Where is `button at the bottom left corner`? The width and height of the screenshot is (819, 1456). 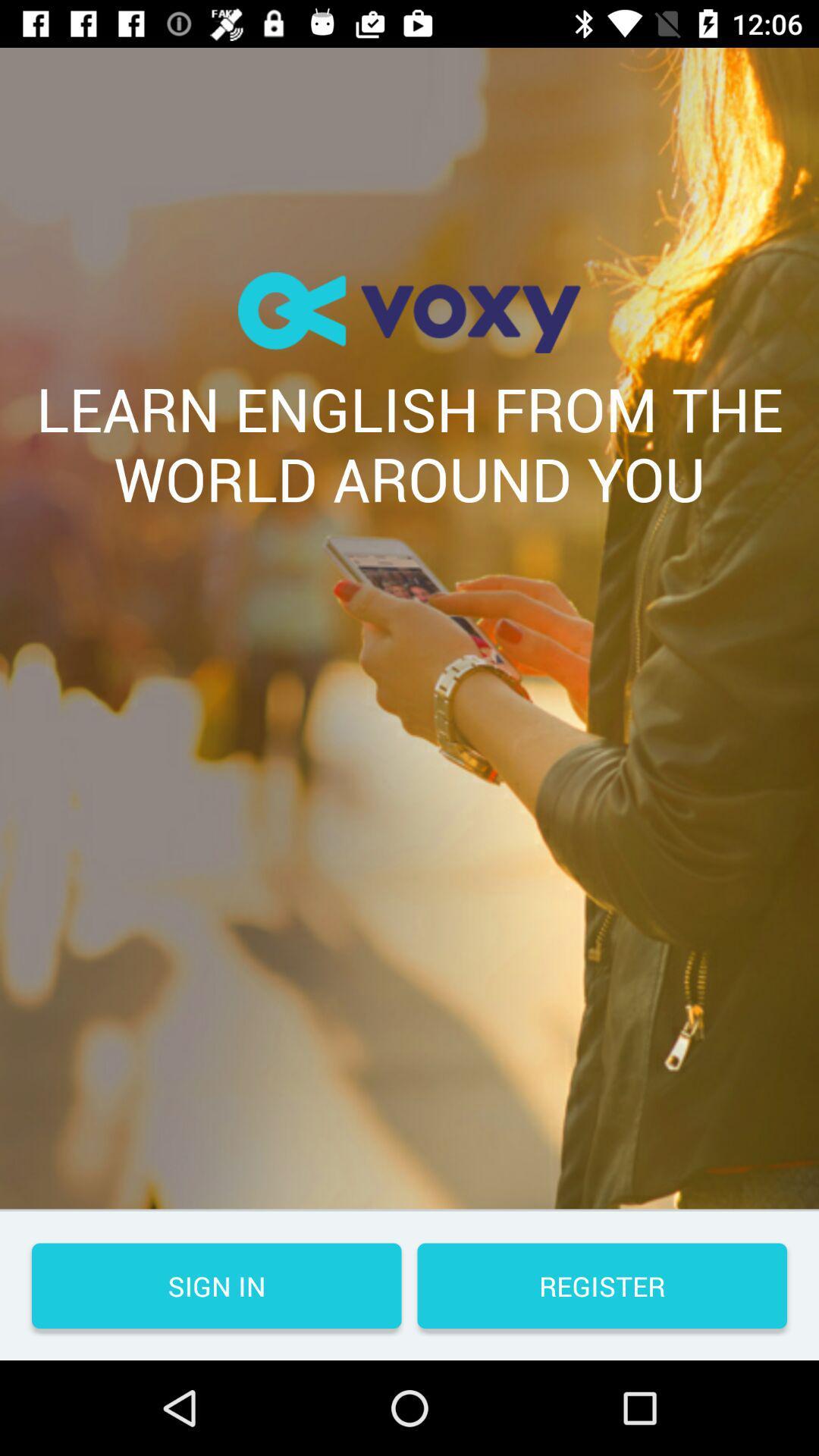 button at the bottom left corner is located at coordinates (216, 1285).